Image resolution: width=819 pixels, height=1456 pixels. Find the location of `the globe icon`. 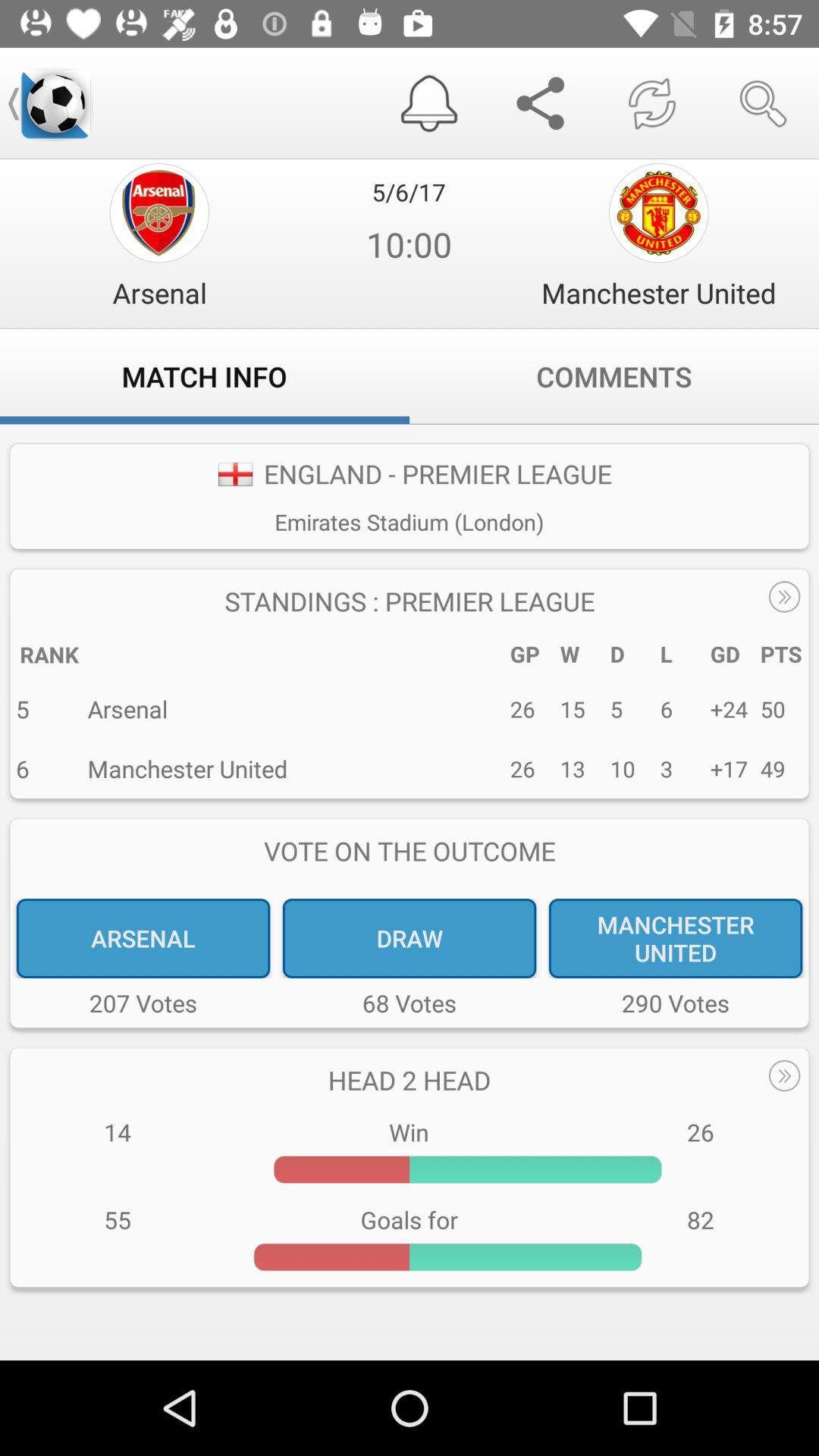

the globe icon is located at coordinates (657, 212).